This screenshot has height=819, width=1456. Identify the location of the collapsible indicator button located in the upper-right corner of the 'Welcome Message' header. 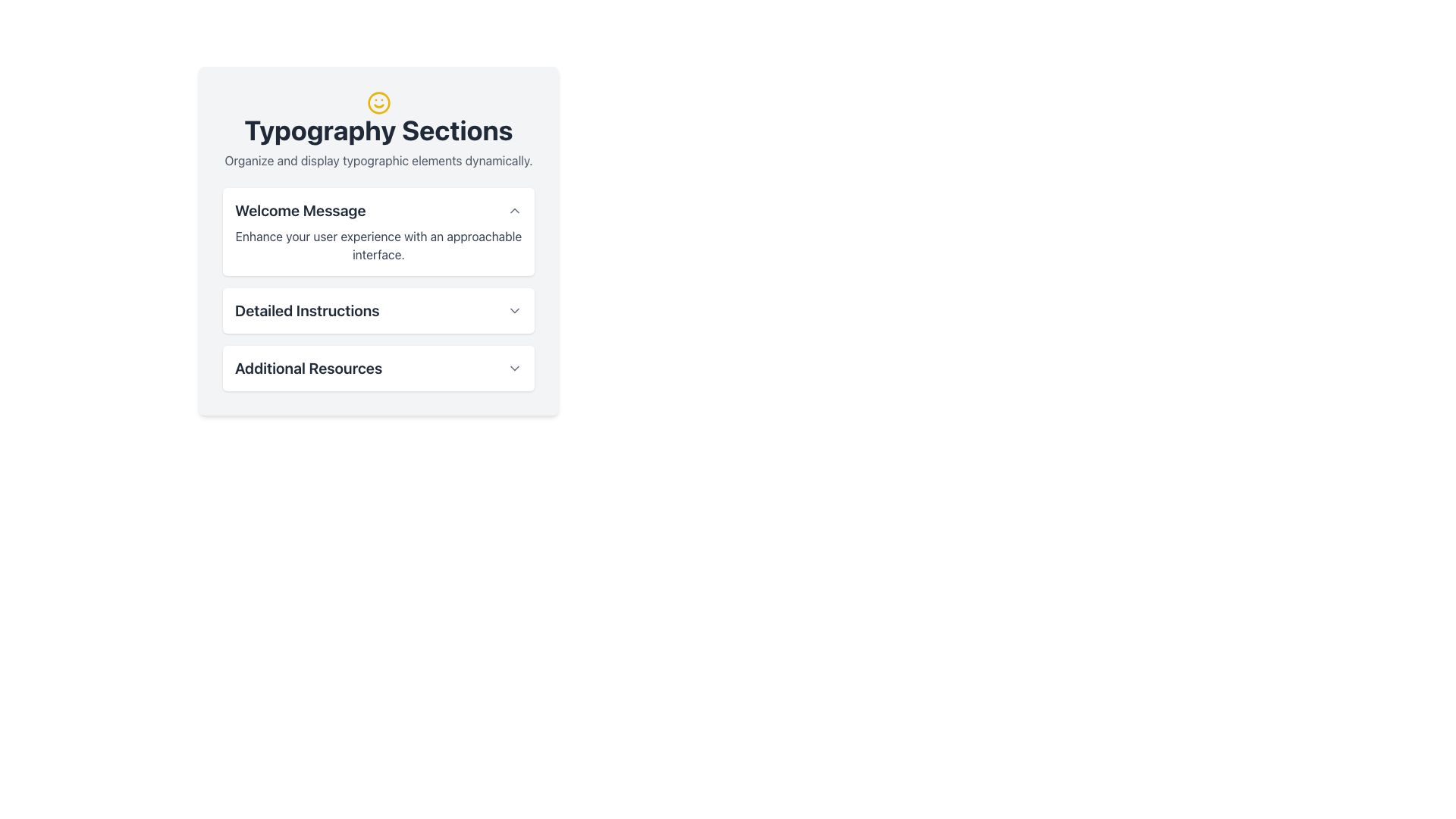
(514, 210).